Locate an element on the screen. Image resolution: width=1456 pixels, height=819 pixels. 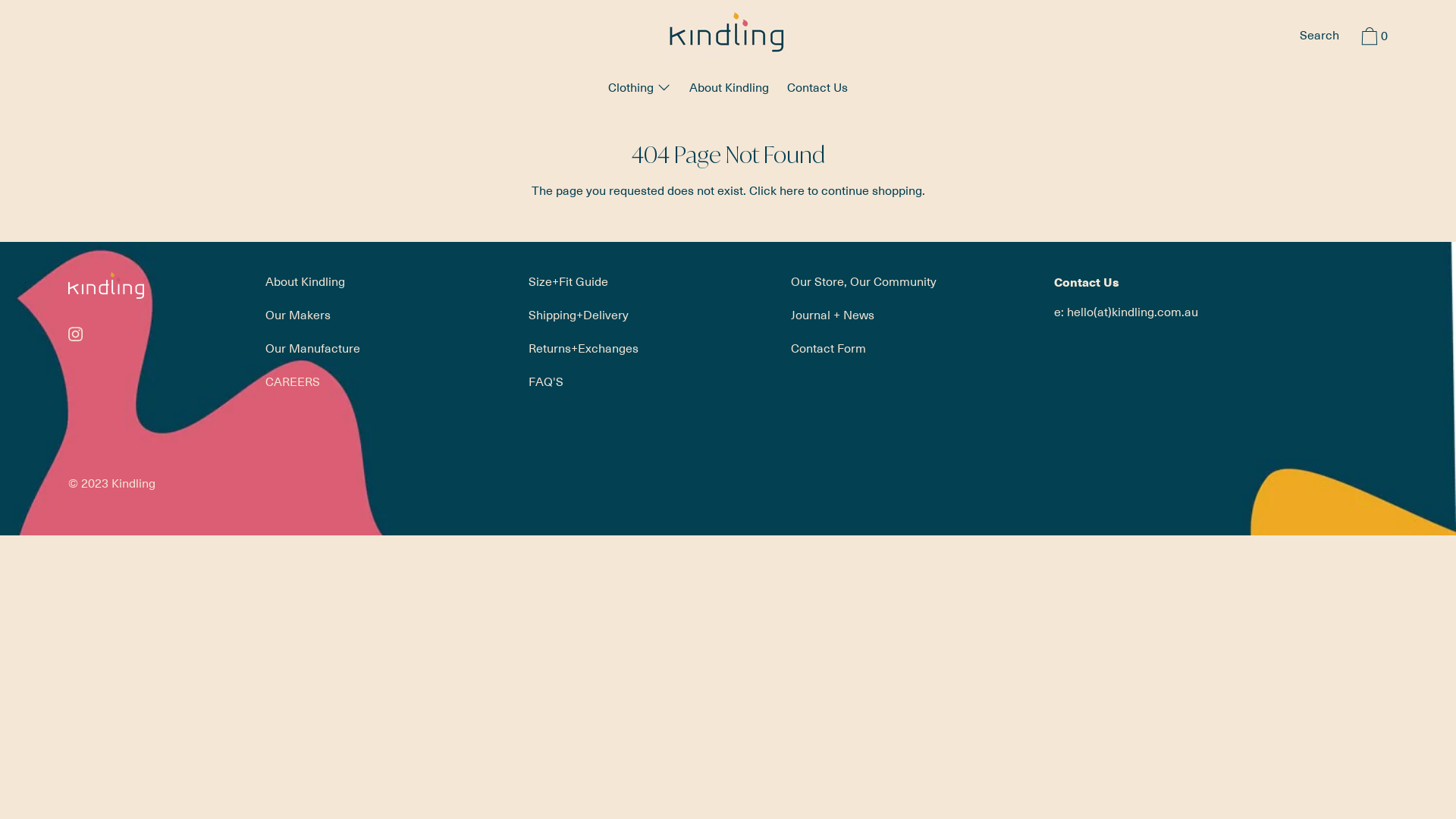
'About Kindling' is located at coordinates (304, 281).